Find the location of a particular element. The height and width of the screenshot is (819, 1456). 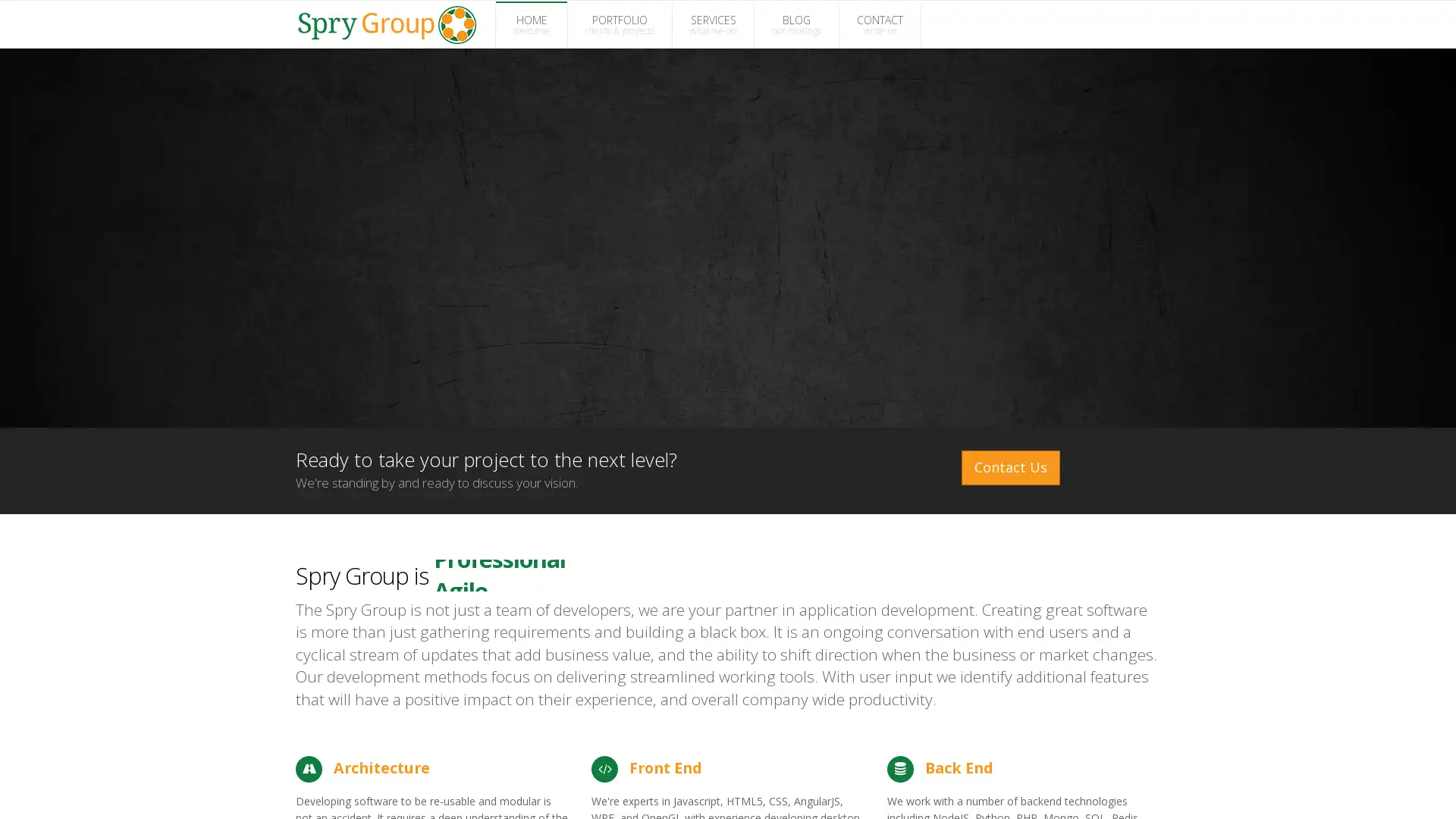

Schedule is located at coordinates (1295, 789).